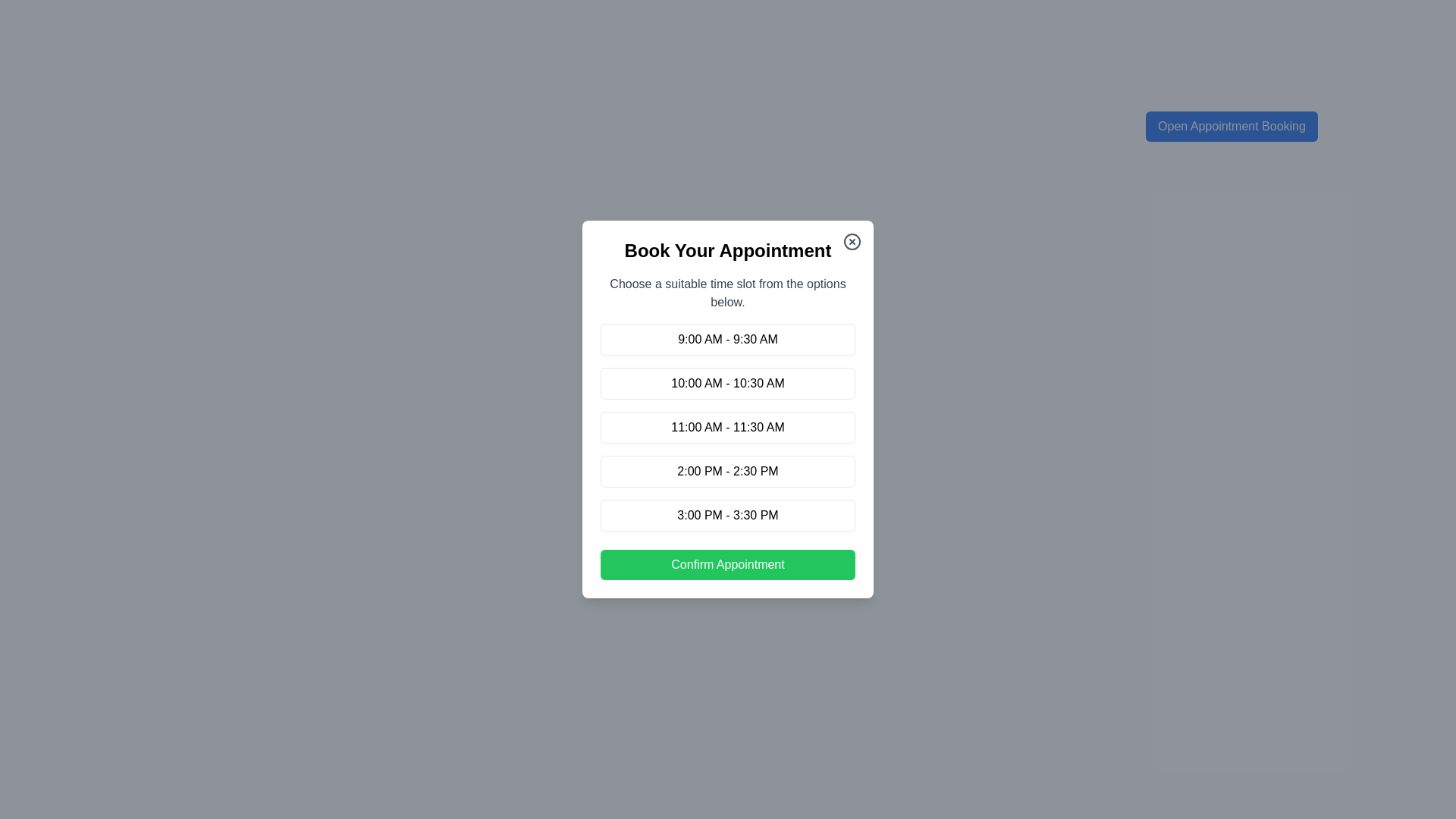  I want to click on the text label displaying the time range '3:00 PM - 3:30 PM', which is located in the fifth selectable time slot of the appointment selection modal, so click(728, 514).